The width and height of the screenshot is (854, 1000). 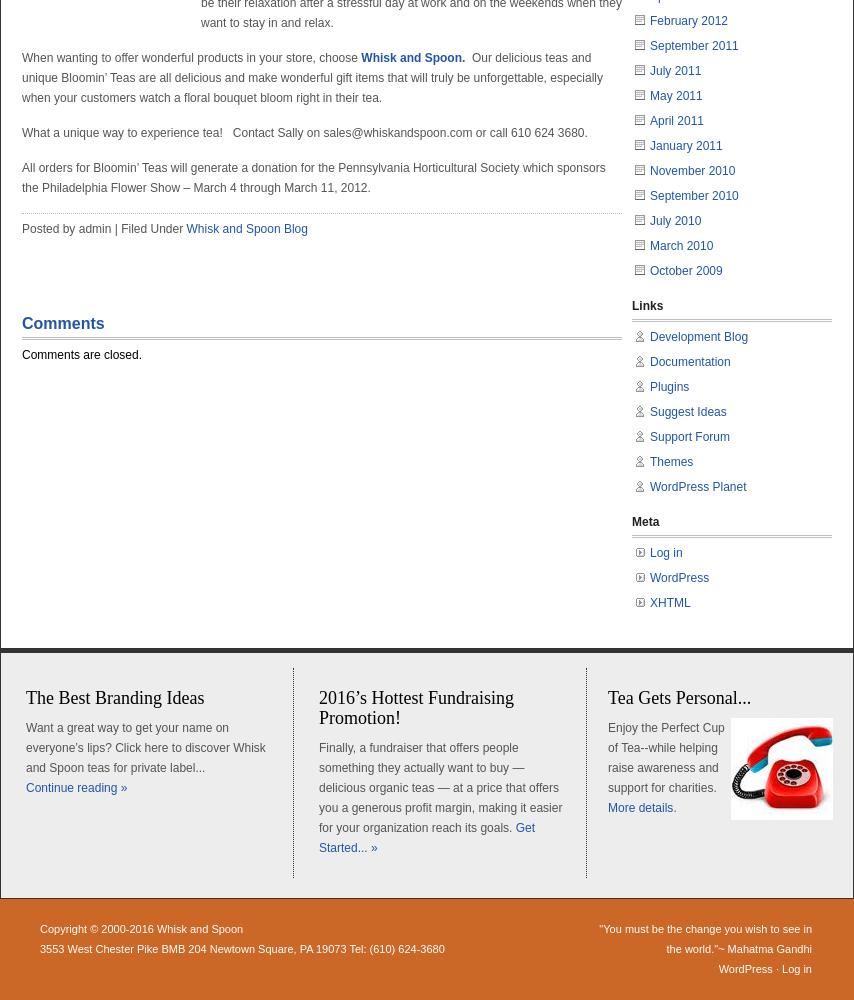 I want to click on 'Our delicious teas and unique Bloomin’ Teas are all delicious and make wonderful gift items that will truly be unforgettable, especially when your customers watch a floral bouquet bloom right in their tea.', so click(x=310, y=77).